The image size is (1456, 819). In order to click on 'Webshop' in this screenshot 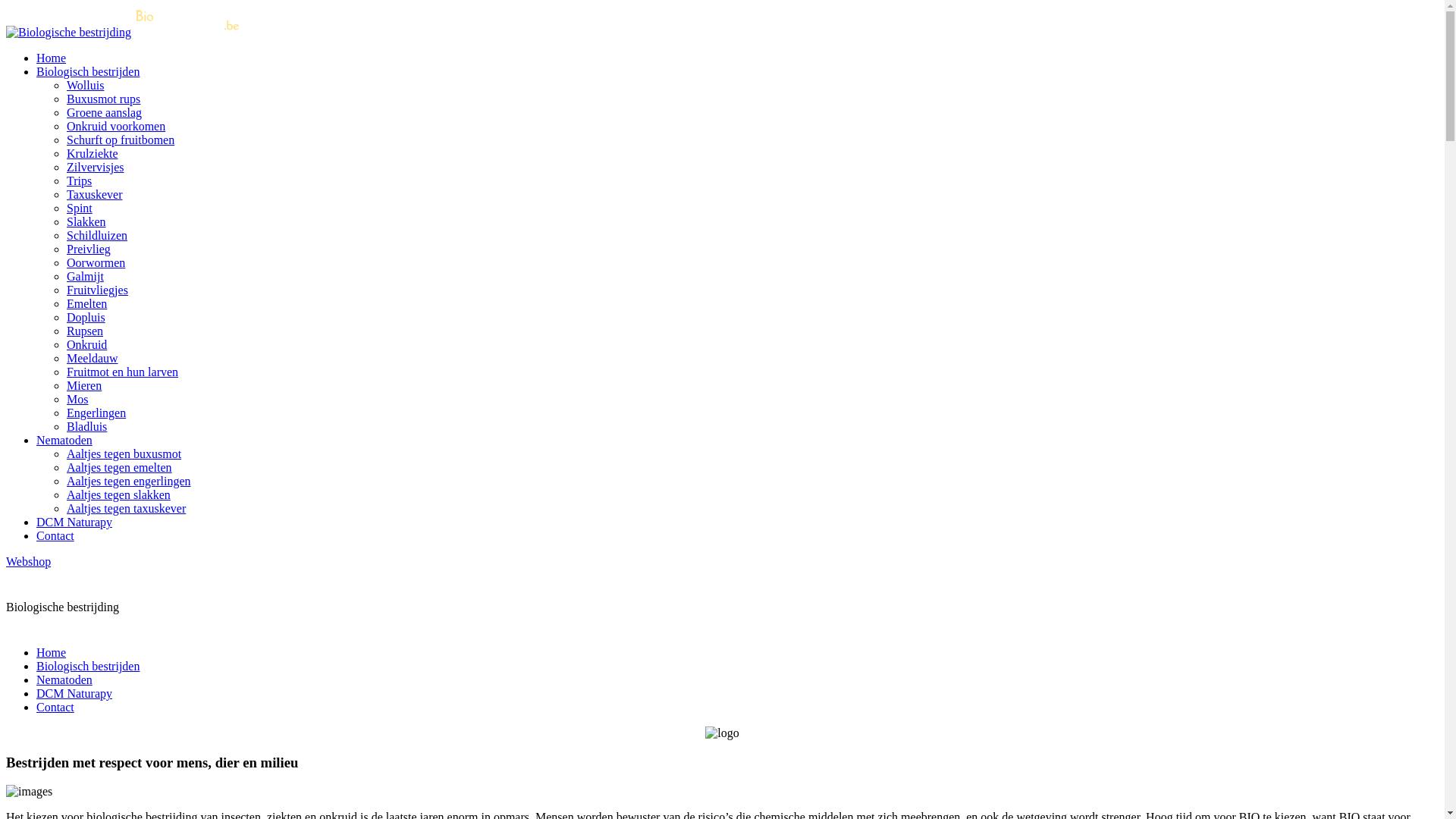, I will do `click(28, 561)`.